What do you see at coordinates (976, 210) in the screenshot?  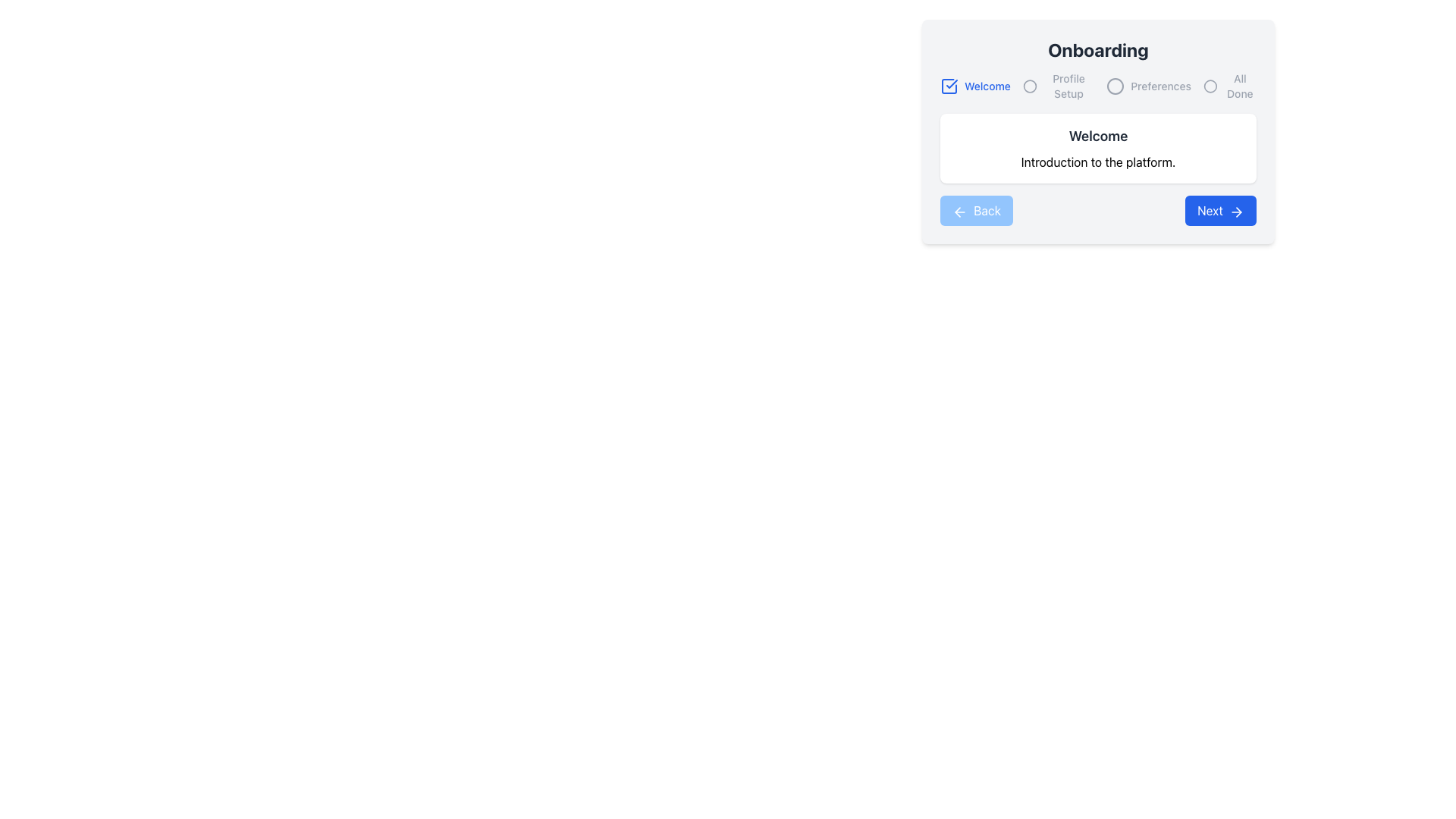 I see `the 'Back' button with a blue background and white text` at bounding box center [976, 210].